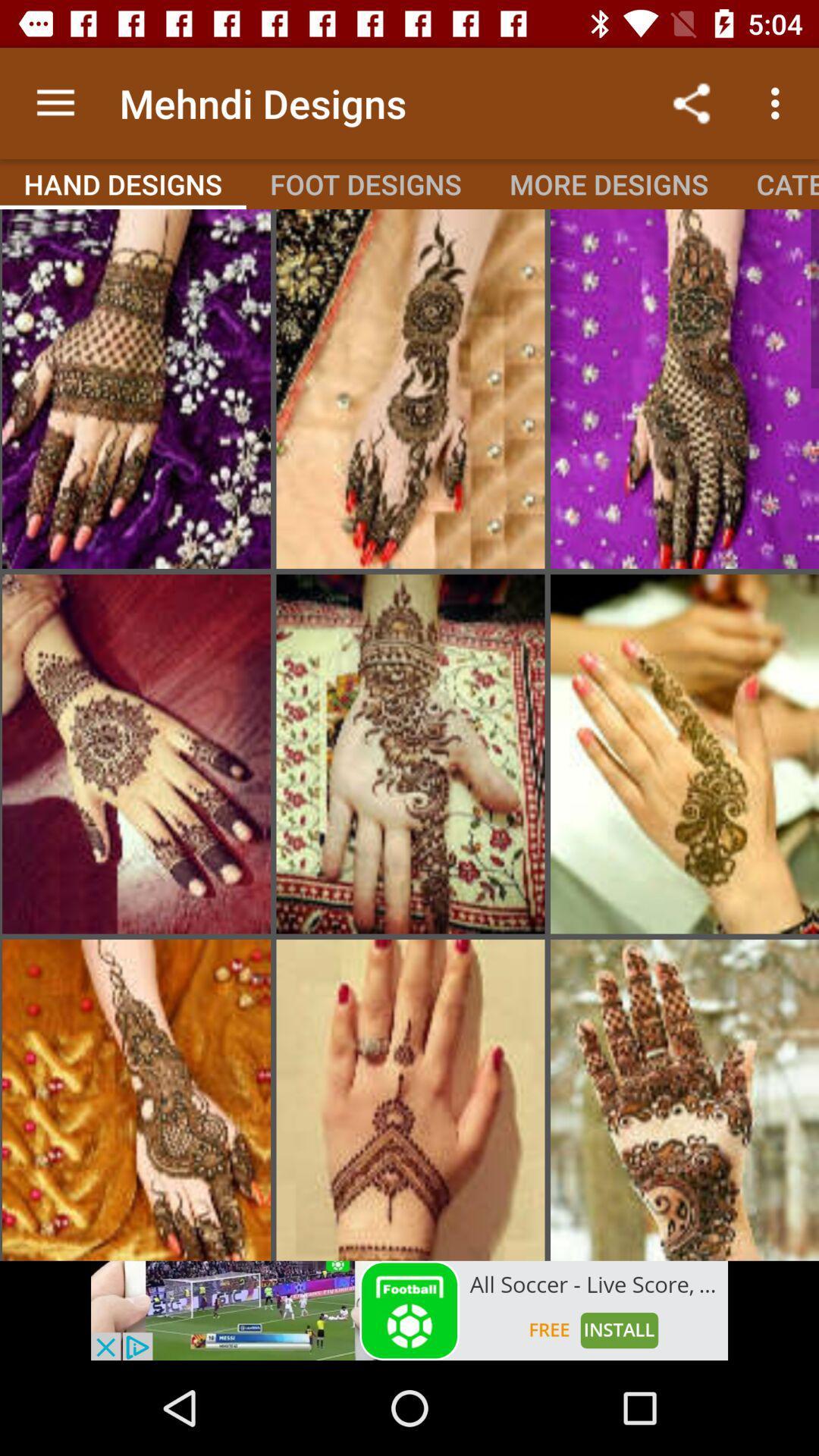  What do you see at coordinates (136, 389) in the screenshot?
I see `mehandi images icon` at bounding box center [136, 389].